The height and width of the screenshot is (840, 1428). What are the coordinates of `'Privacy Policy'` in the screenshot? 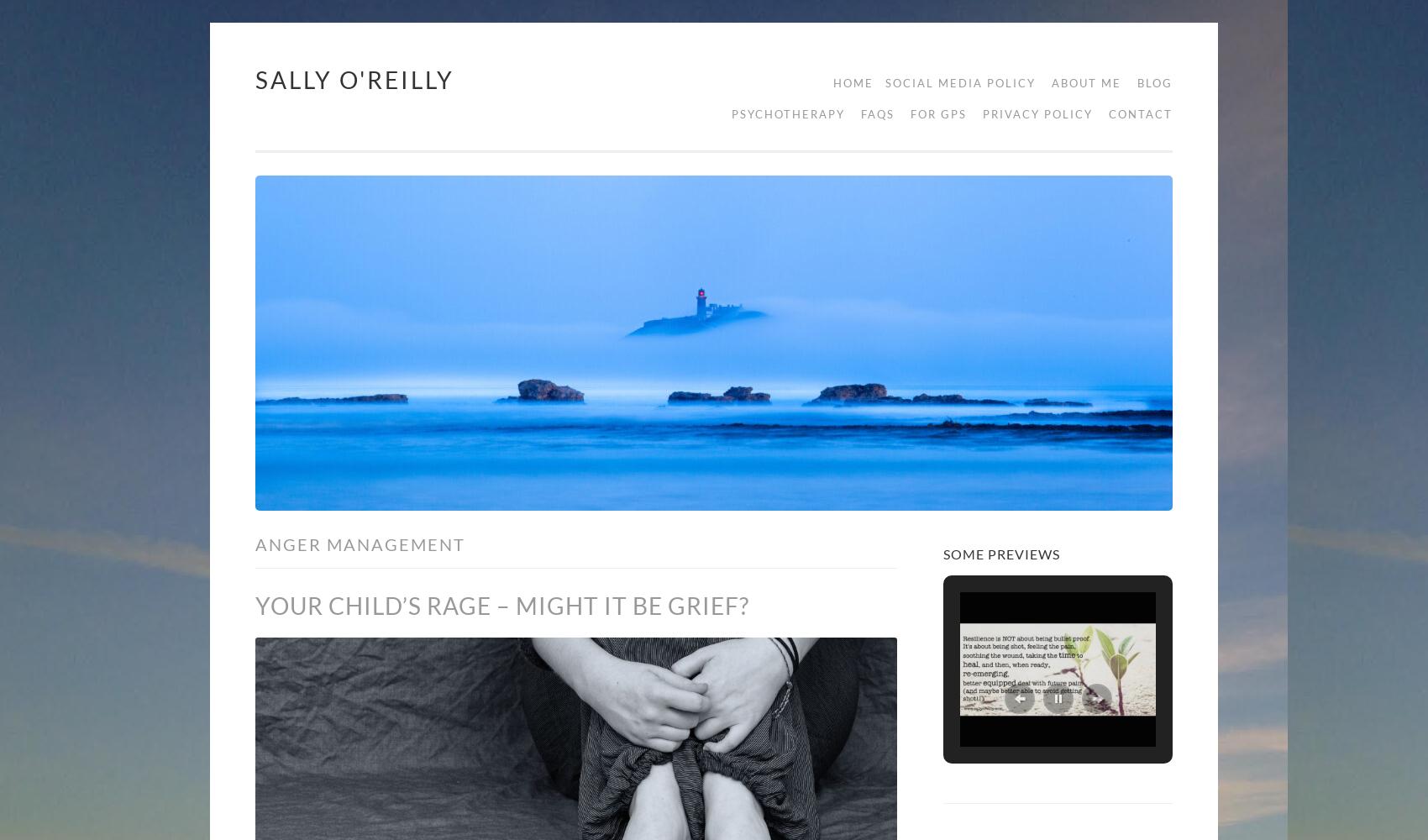 It's located at (1037, 114).